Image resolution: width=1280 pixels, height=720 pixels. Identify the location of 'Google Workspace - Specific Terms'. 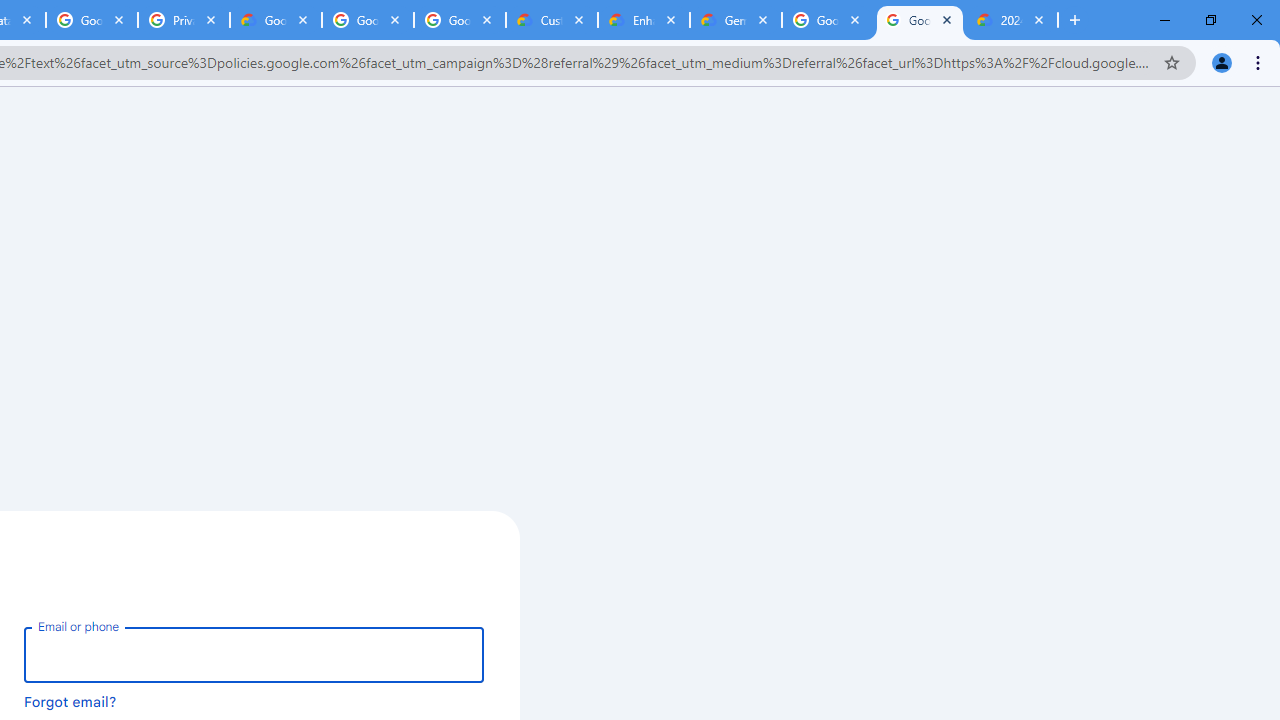
(368, 20).